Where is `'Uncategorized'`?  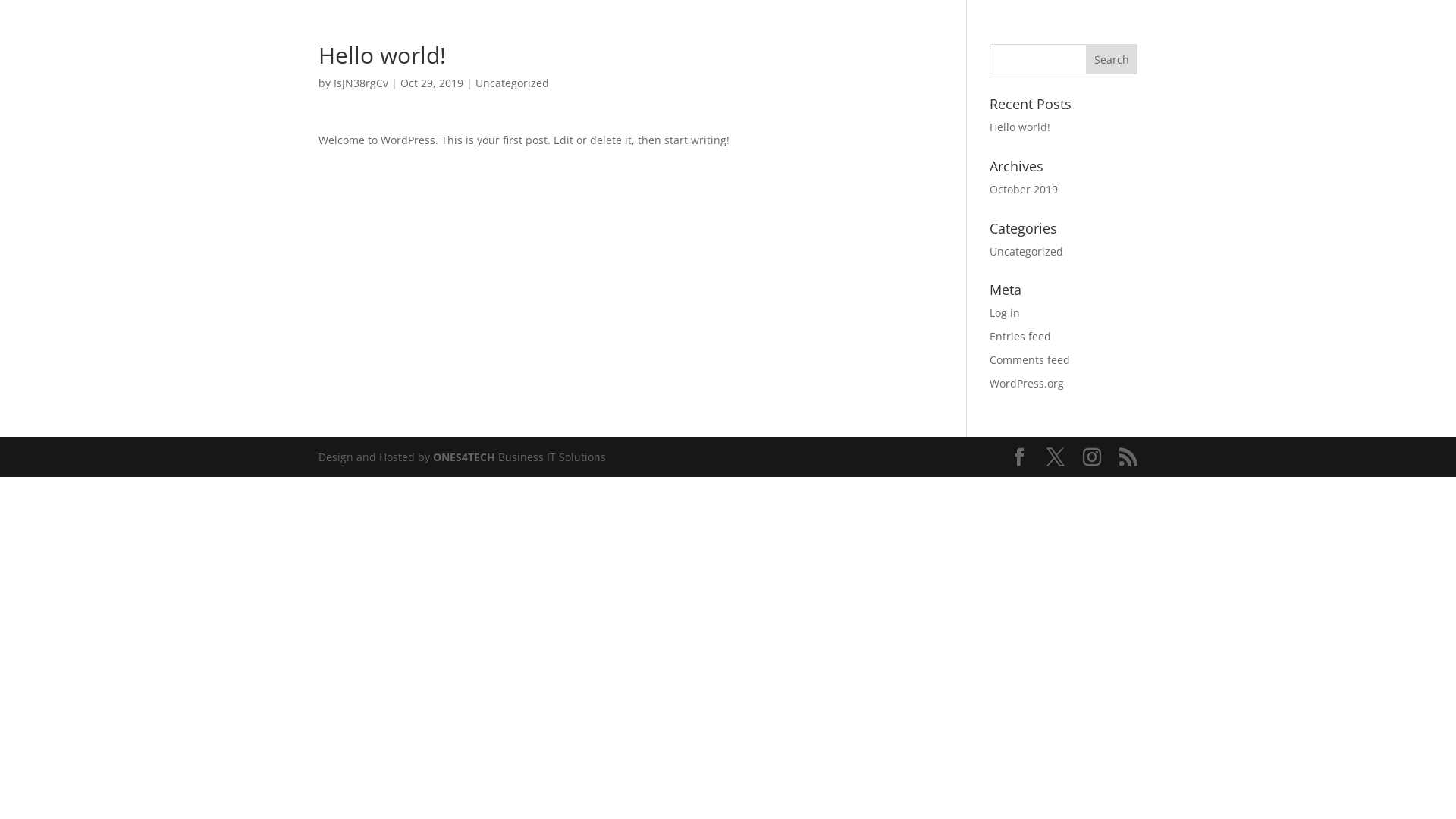 'Uncategorized' is located at coordinates (512, 83).